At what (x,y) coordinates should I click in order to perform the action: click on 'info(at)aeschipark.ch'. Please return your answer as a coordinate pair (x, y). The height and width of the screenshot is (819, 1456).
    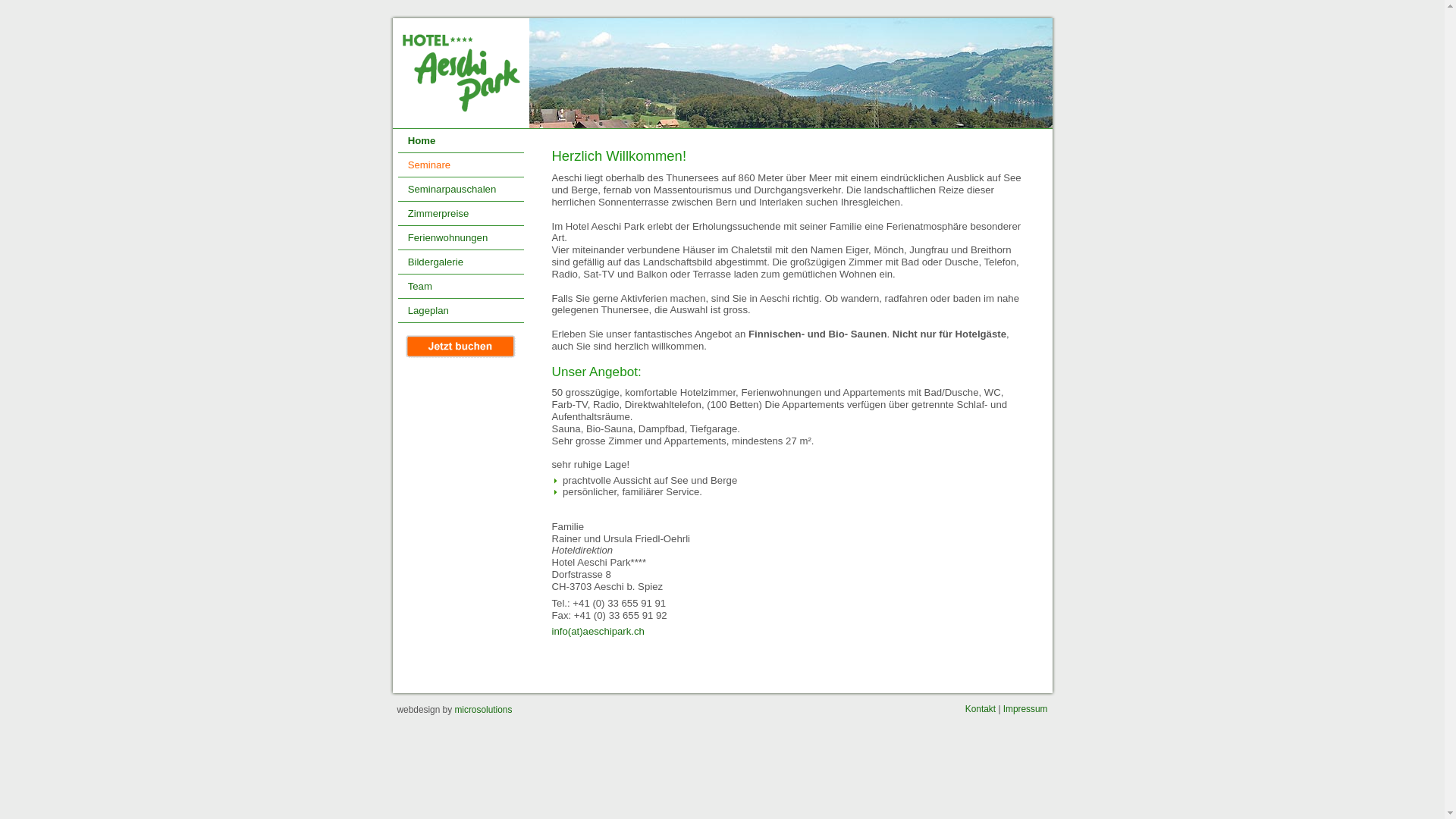
    Looking at the image, I should click on (597, 631).